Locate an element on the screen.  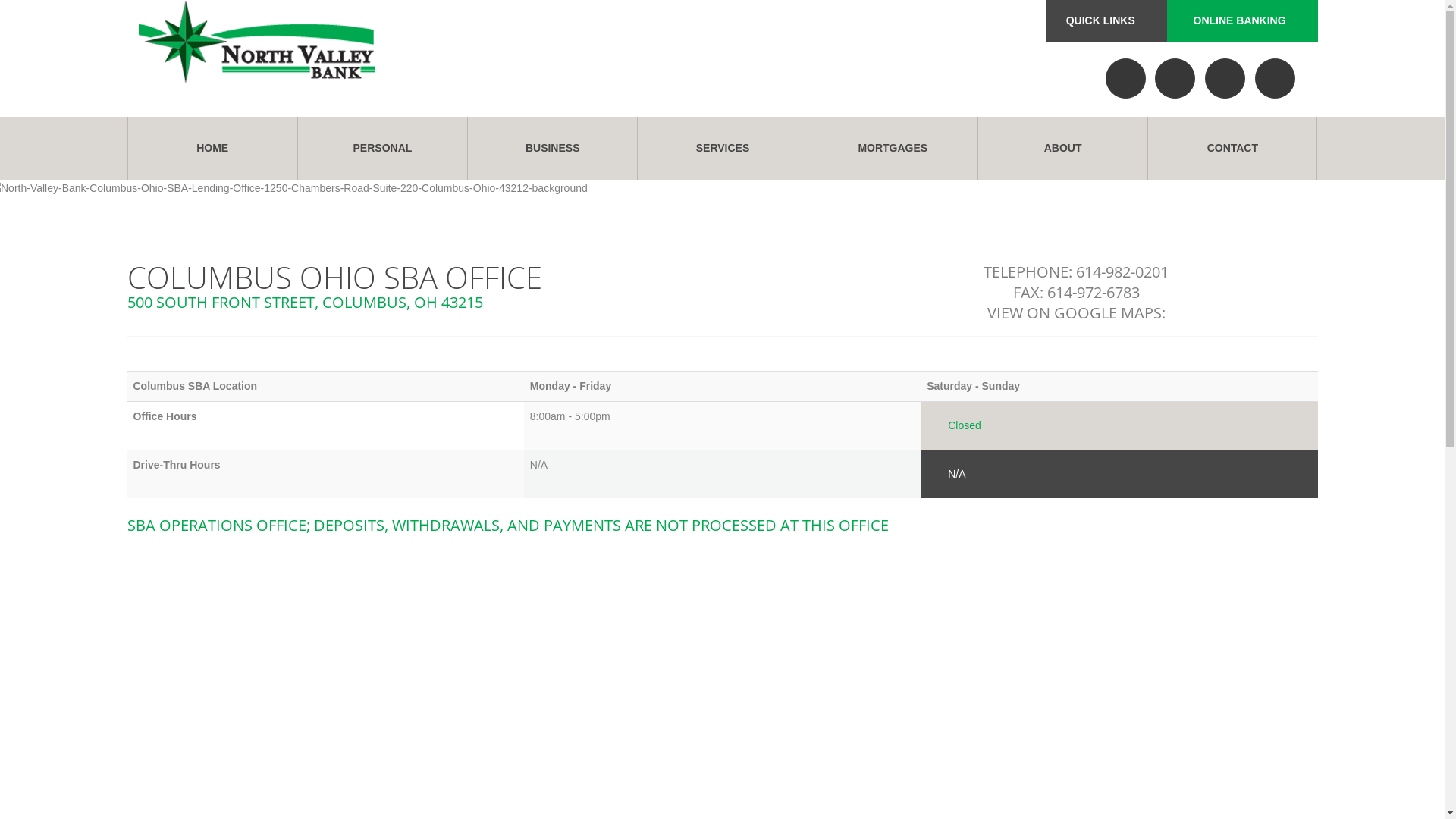
'BUSINESS' is located at coordinates (551, 148).